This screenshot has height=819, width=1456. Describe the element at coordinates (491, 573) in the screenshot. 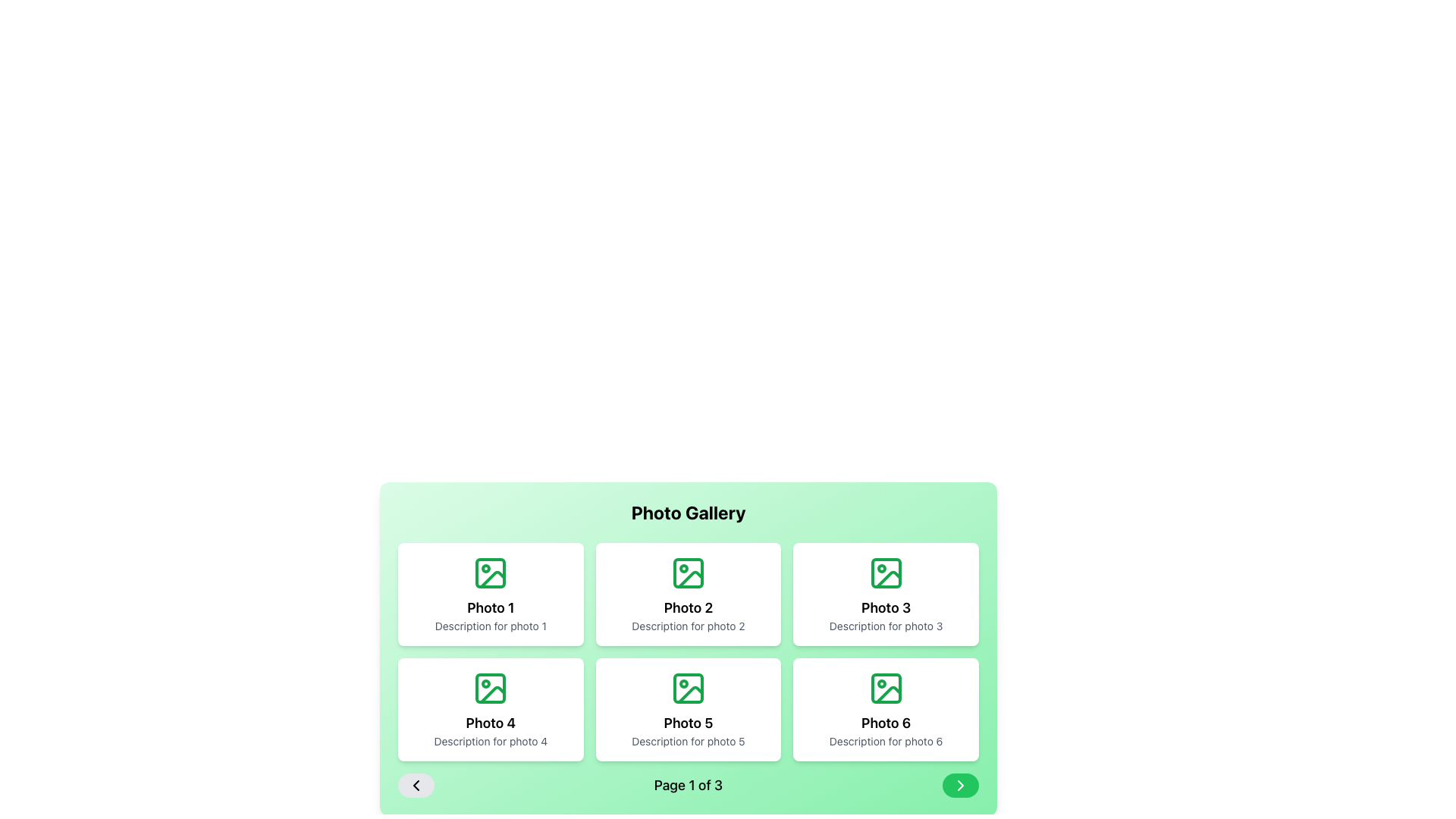

I see `the 'Photo 1' icon in the gallery to interact with the corresponding entry` at that location.